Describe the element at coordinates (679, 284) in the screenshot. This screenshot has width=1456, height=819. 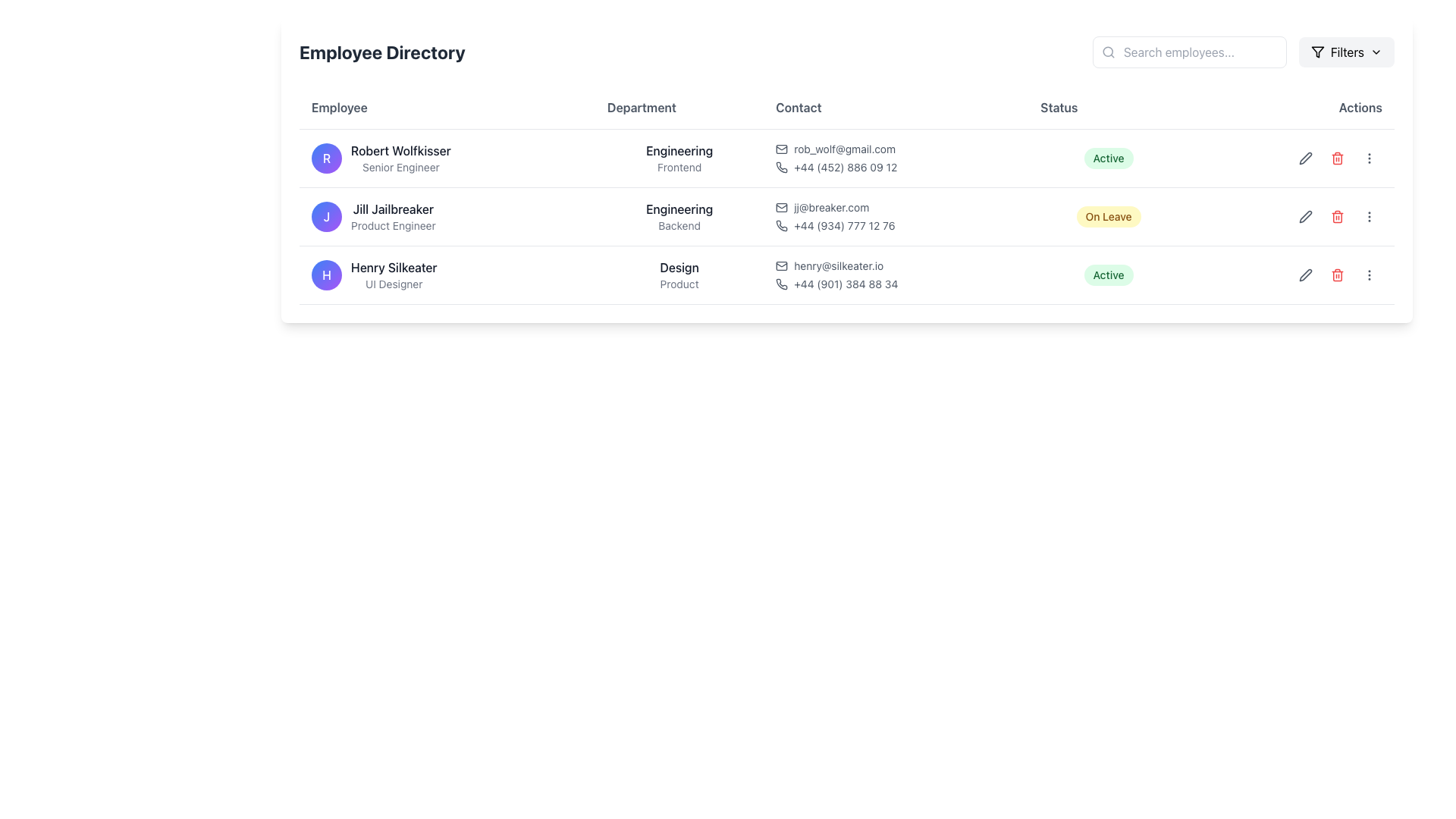
I see `the static text label 'Product' located in the row associated with 'Henry Silkeater' under the 'Department' column, directly beneath the 'Design' text` at that location.